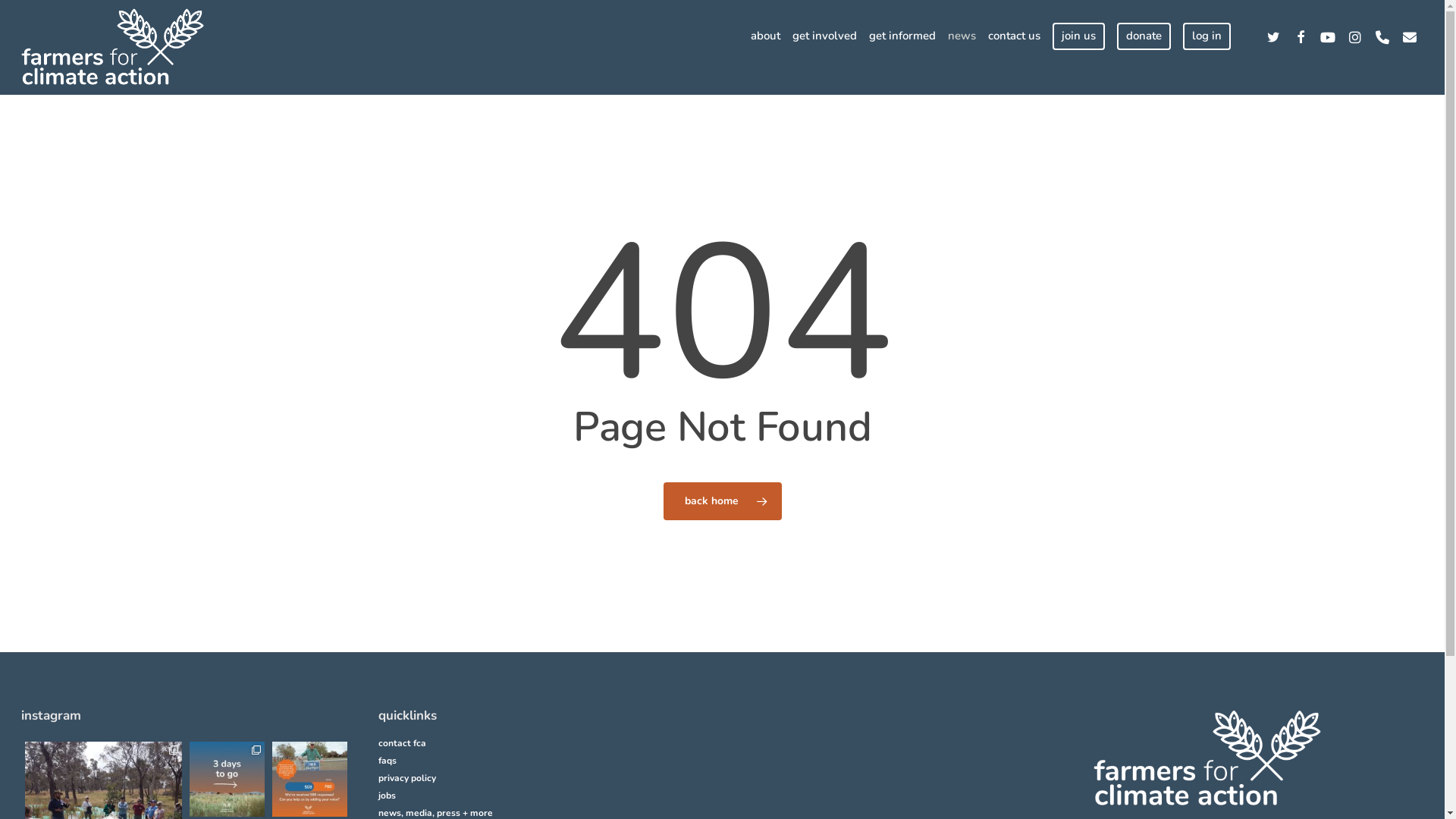  I want to click on 'get informed', so click(902, 35).